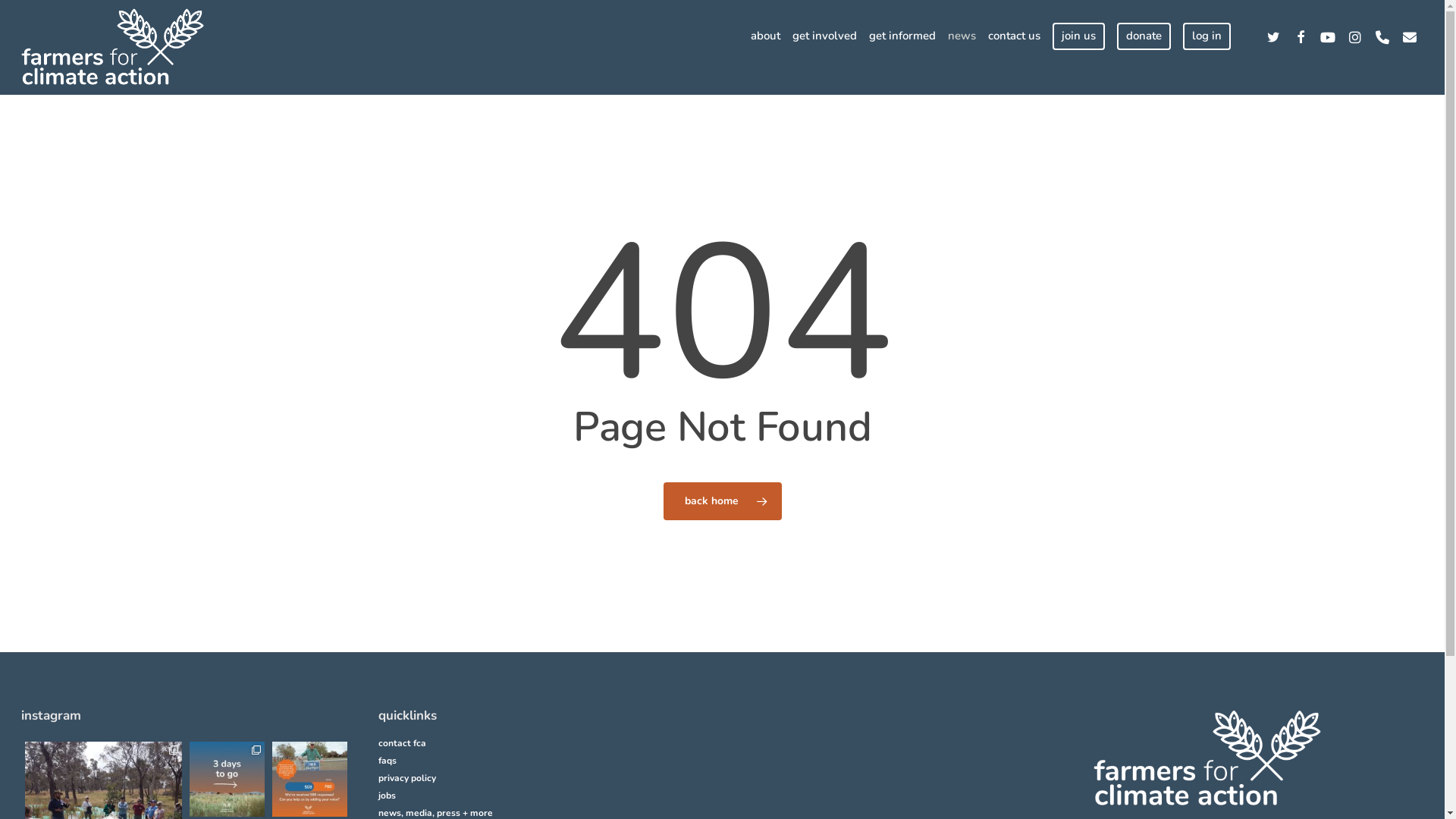  I want to click on 'get informed', so click(902, 35).